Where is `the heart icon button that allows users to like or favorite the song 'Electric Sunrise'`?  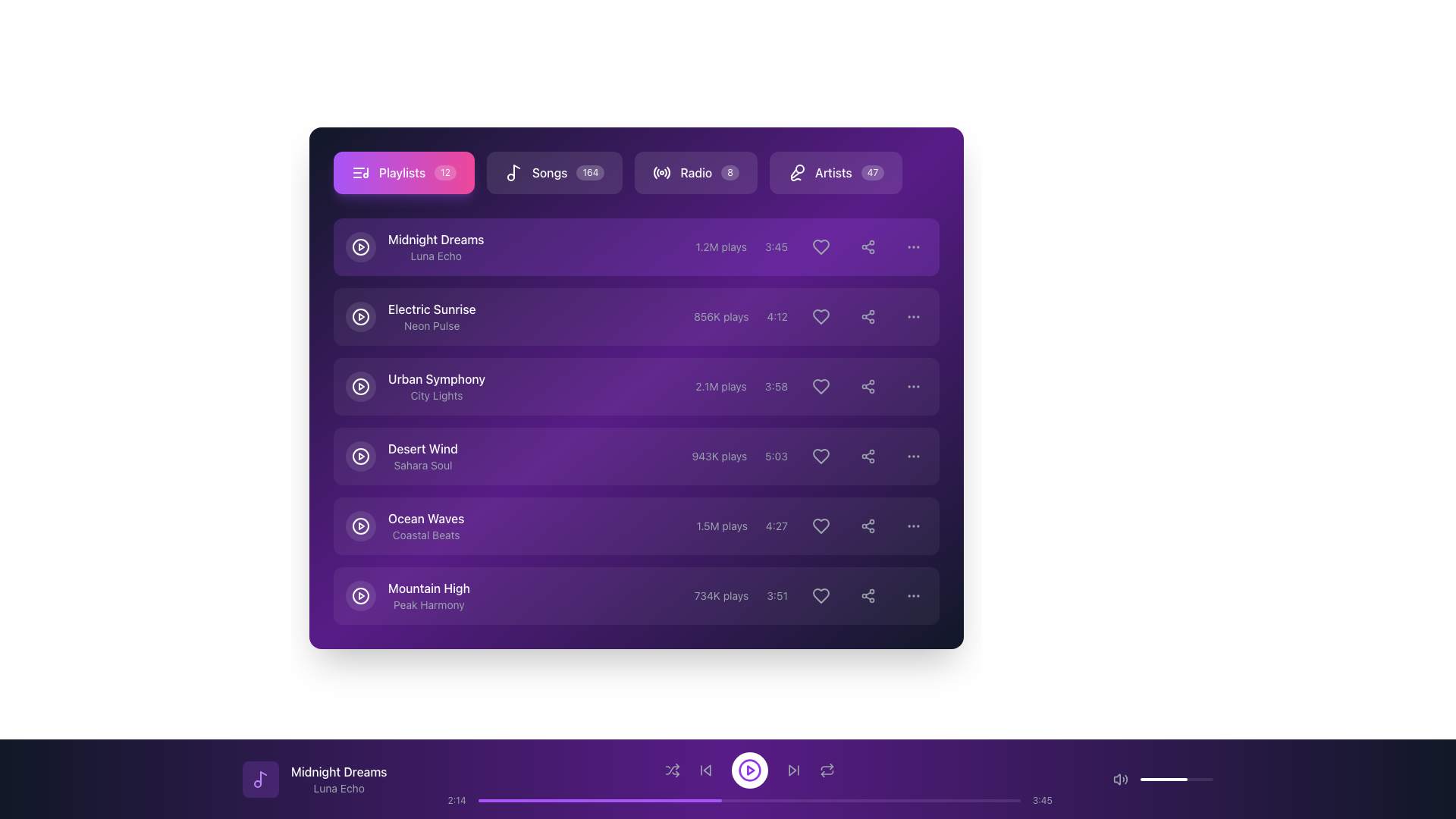
the heart icon button that allows users to like or favorite the song 'Electric Sunrise' is located at coordinates (810, 315).